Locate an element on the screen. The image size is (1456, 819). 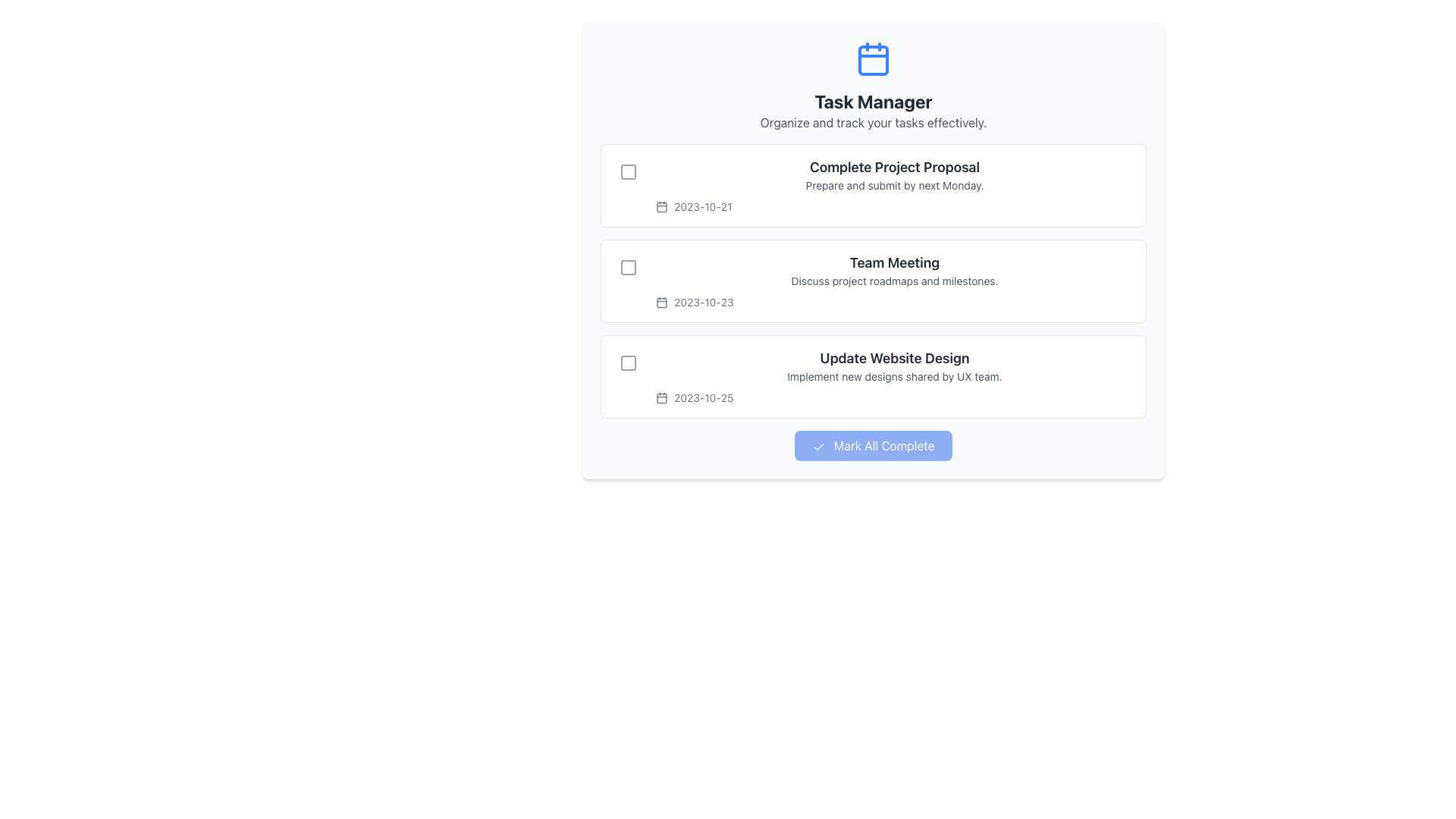
the graphical icon element resembling a calendar, located in the first task item labeled 'Complete Project Proposal' in the Task Manager interface is located at coordinates (662, 207).